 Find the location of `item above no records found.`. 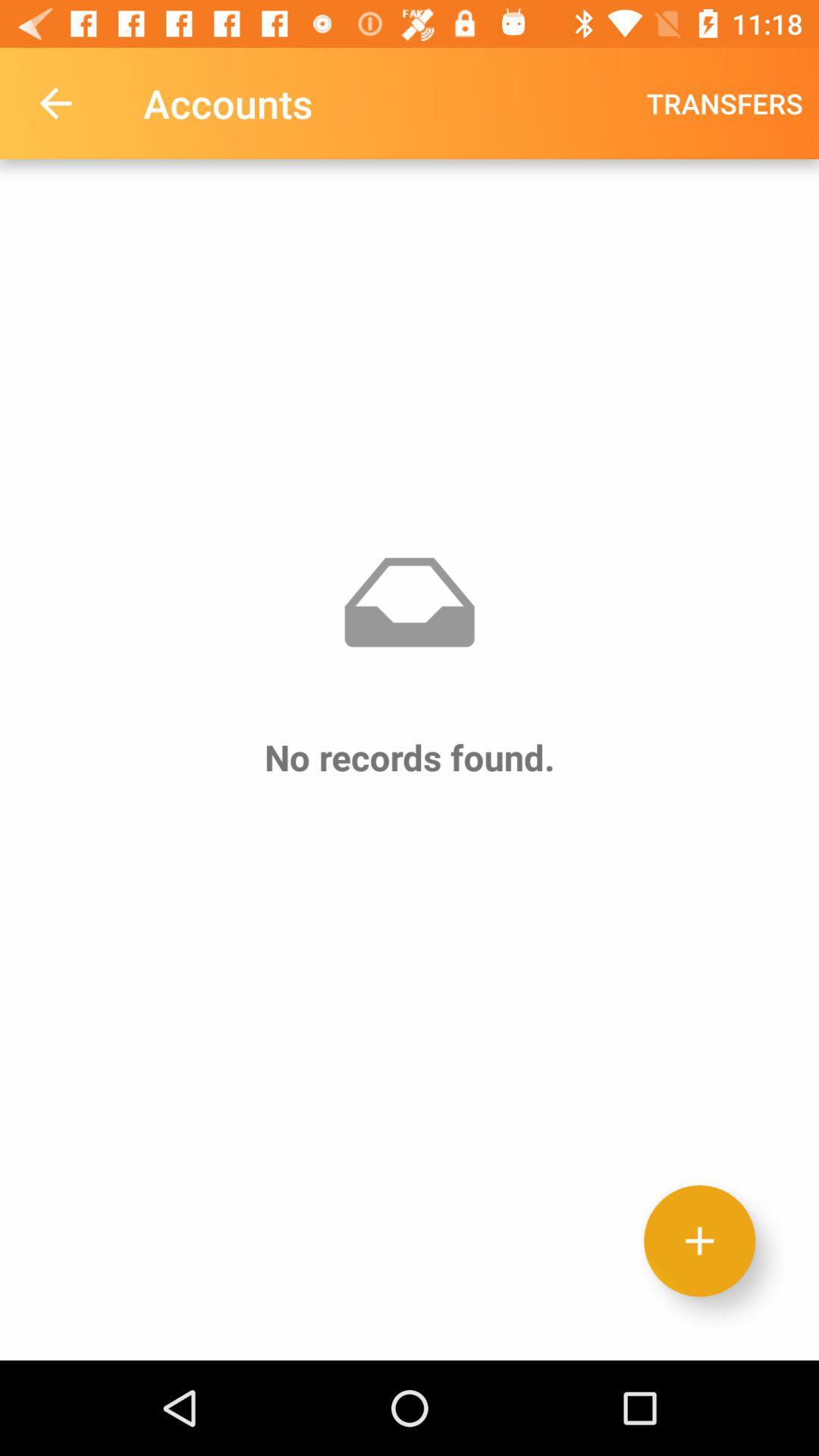

item above no records found. is located at coordinates (55, 102).